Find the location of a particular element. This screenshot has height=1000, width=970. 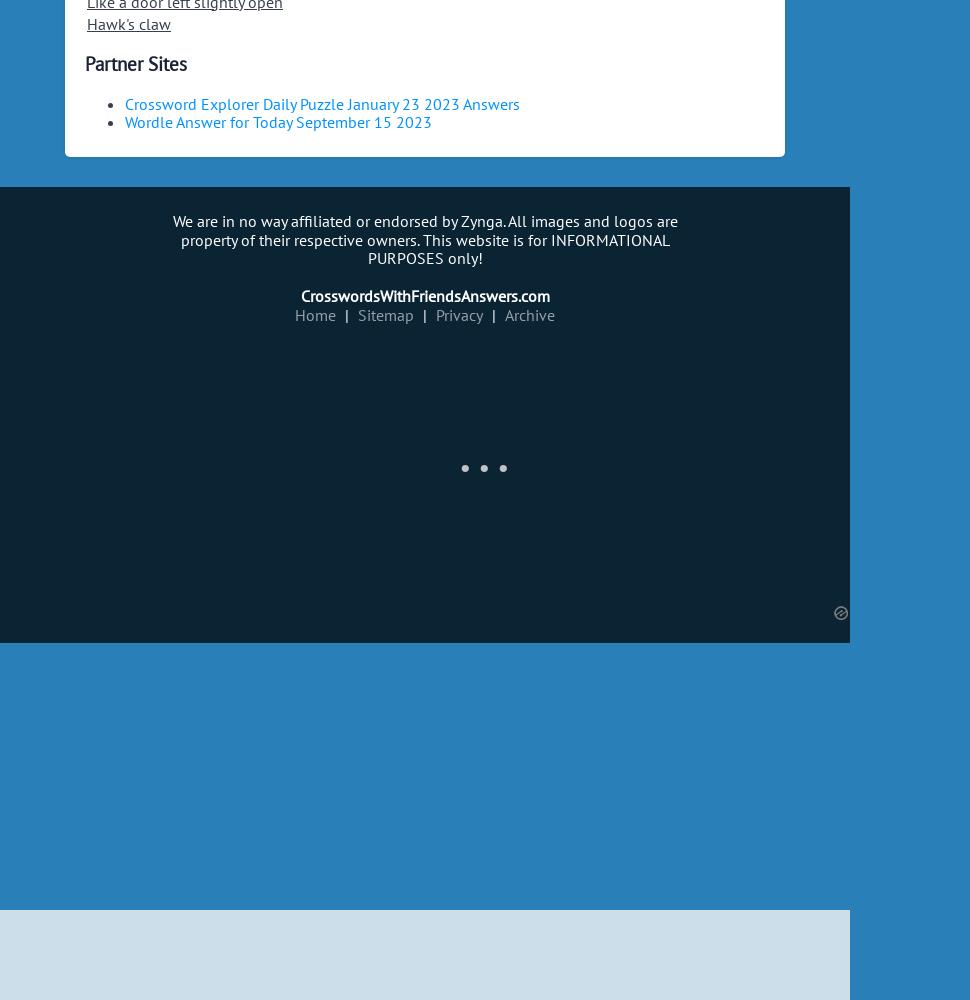

'CrosswordsWithFriendsAnswers.com' is located at coordinates (424, 296).